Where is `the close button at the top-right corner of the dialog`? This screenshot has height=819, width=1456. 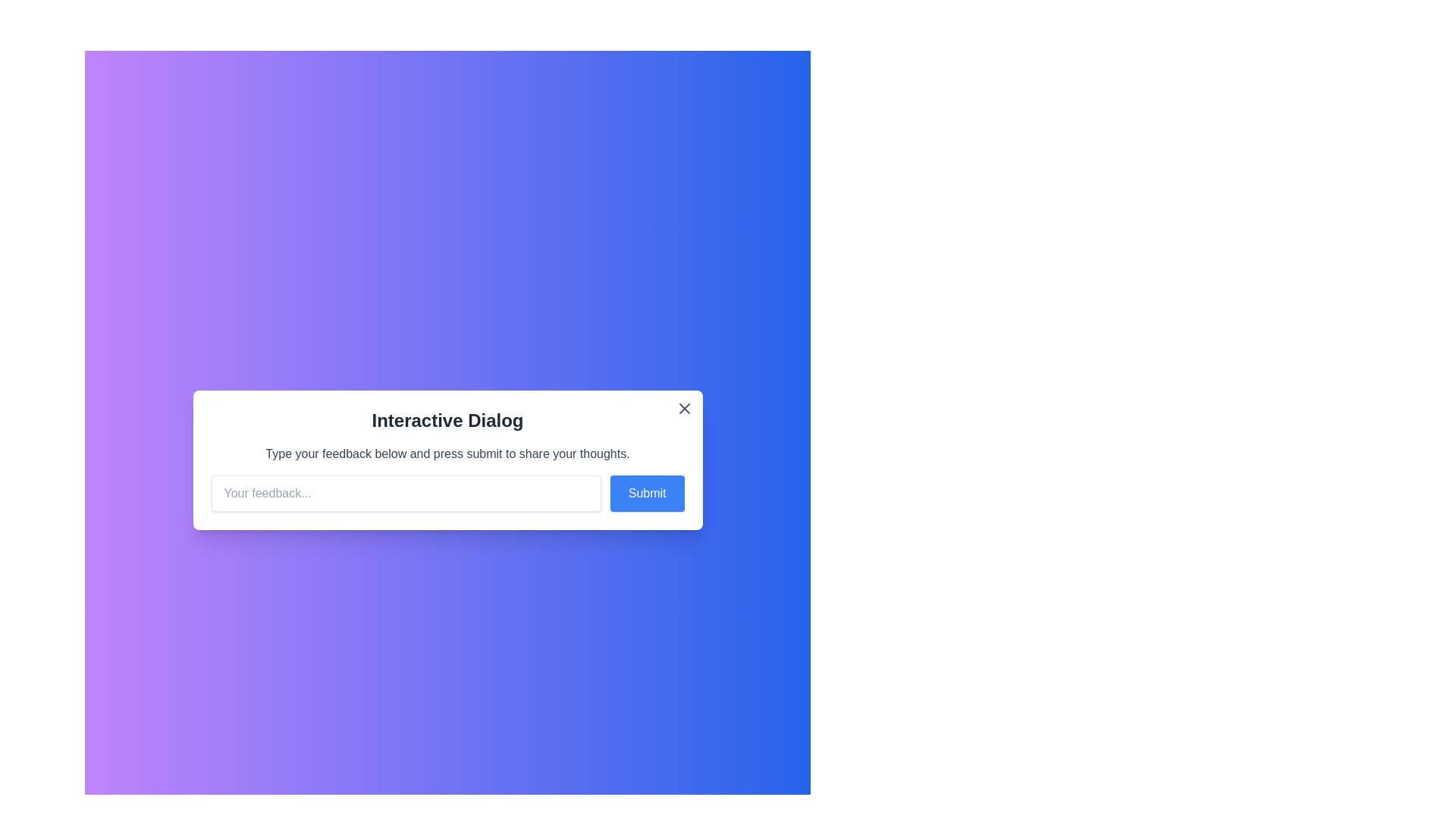 the close button at the top-right corner of the dialog is located at coordinates (683, 408).